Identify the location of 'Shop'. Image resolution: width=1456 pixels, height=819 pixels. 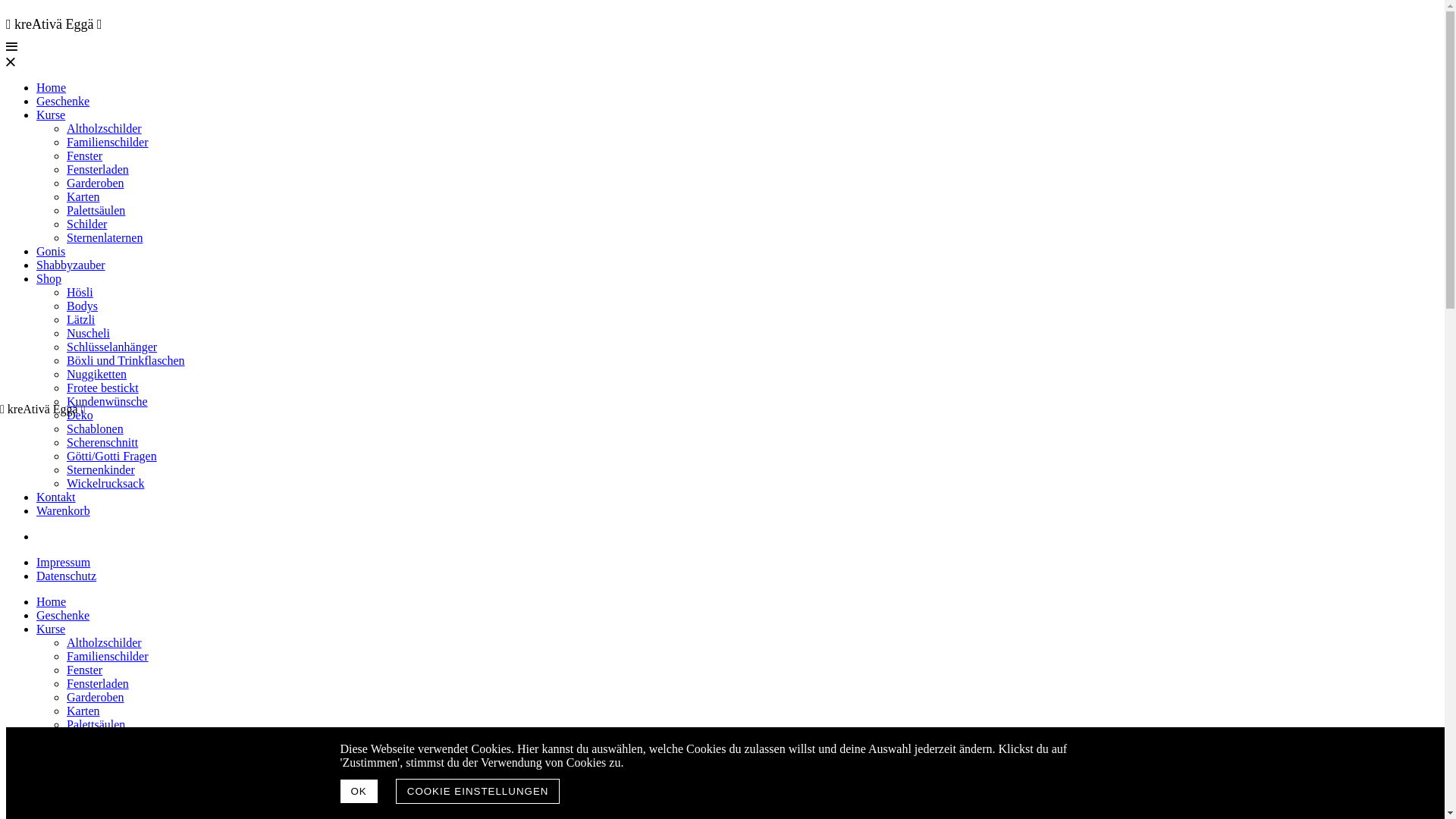
(49, 792).